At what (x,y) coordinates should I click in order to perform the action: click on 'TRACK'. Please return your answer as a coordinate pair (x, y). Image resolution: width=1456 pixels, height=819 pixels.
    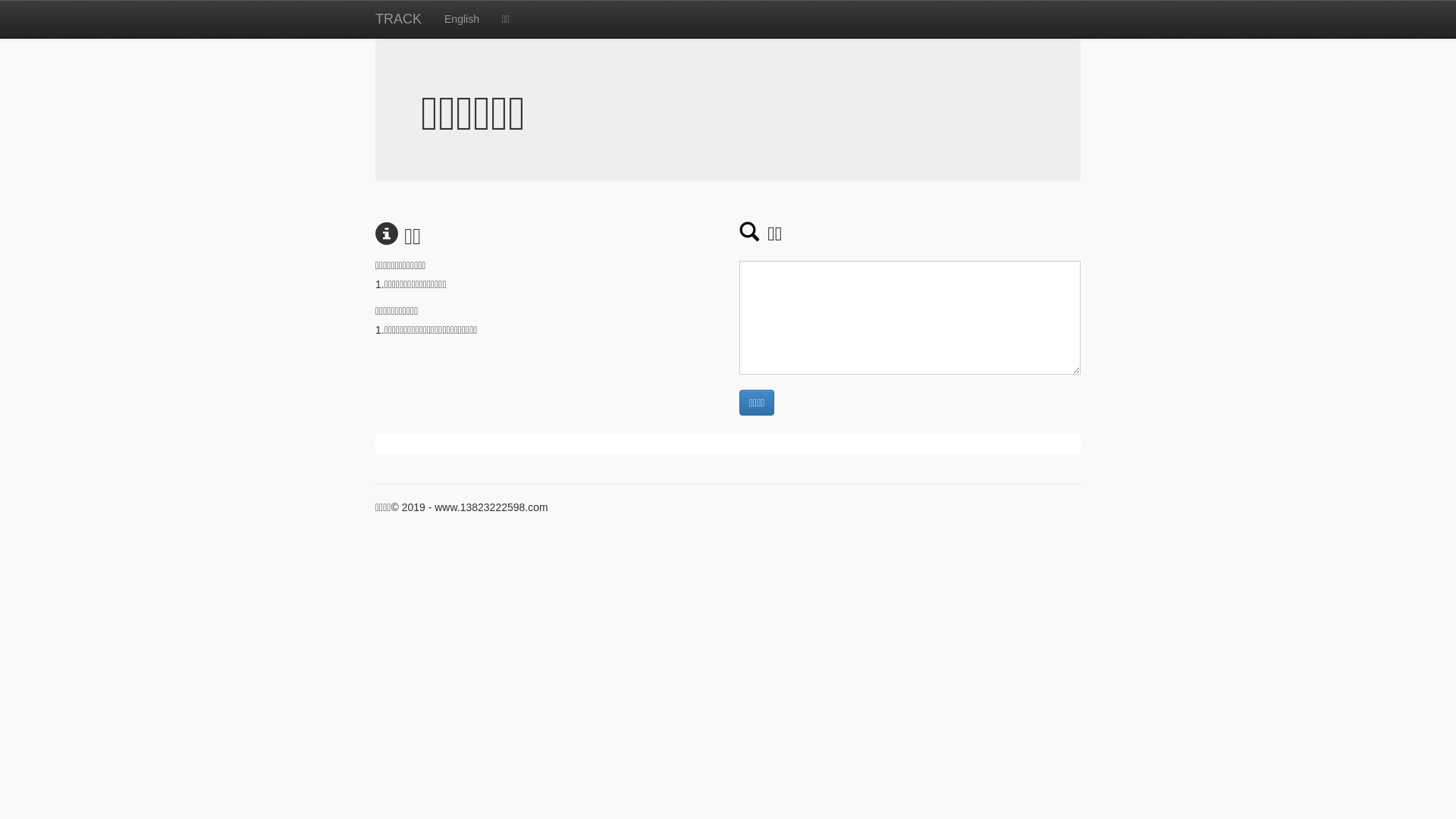
    Looking at the image, I should click on (398, 18).